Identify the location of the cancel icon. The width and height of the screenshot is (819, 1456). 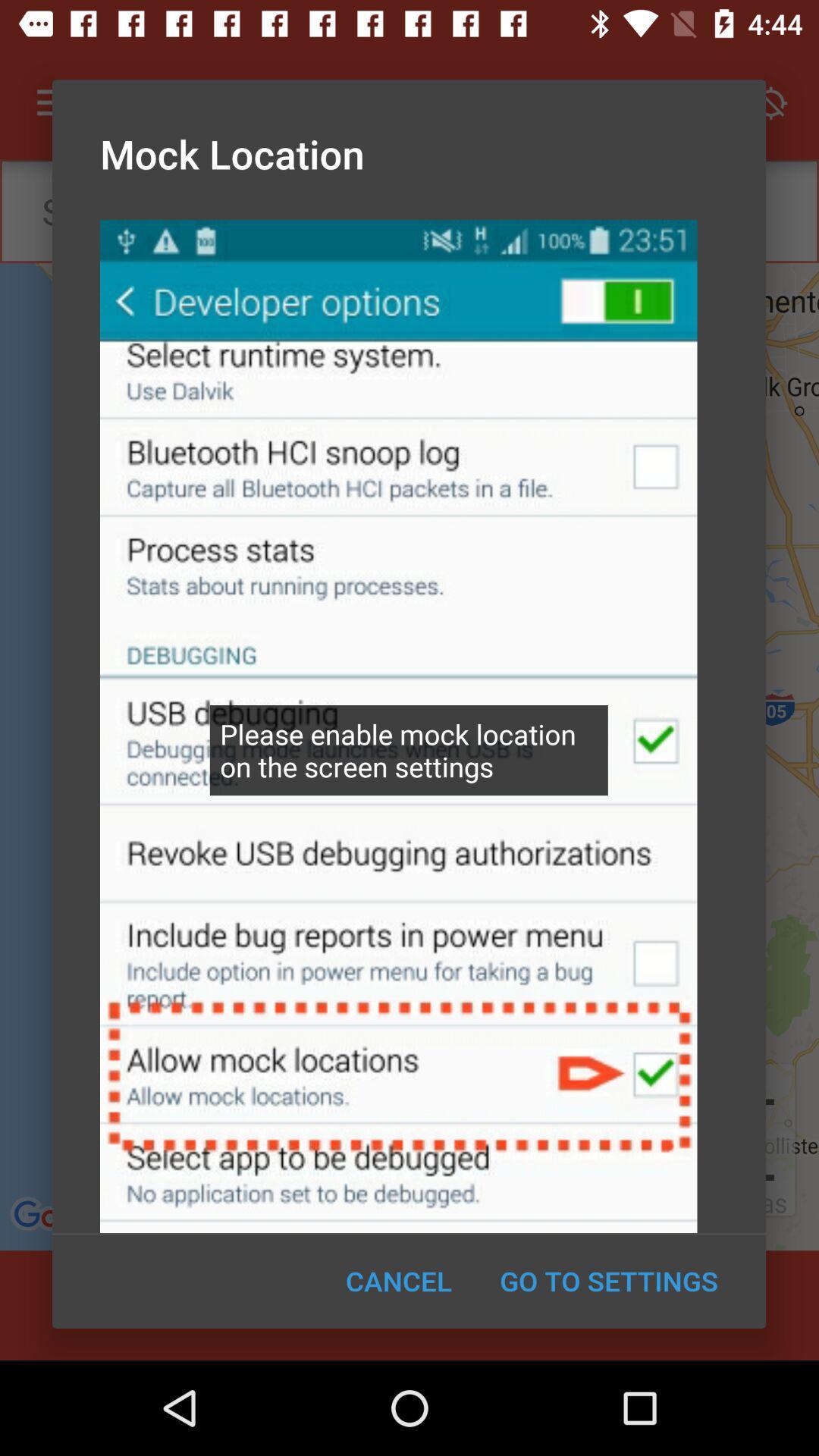
(398, 1280).